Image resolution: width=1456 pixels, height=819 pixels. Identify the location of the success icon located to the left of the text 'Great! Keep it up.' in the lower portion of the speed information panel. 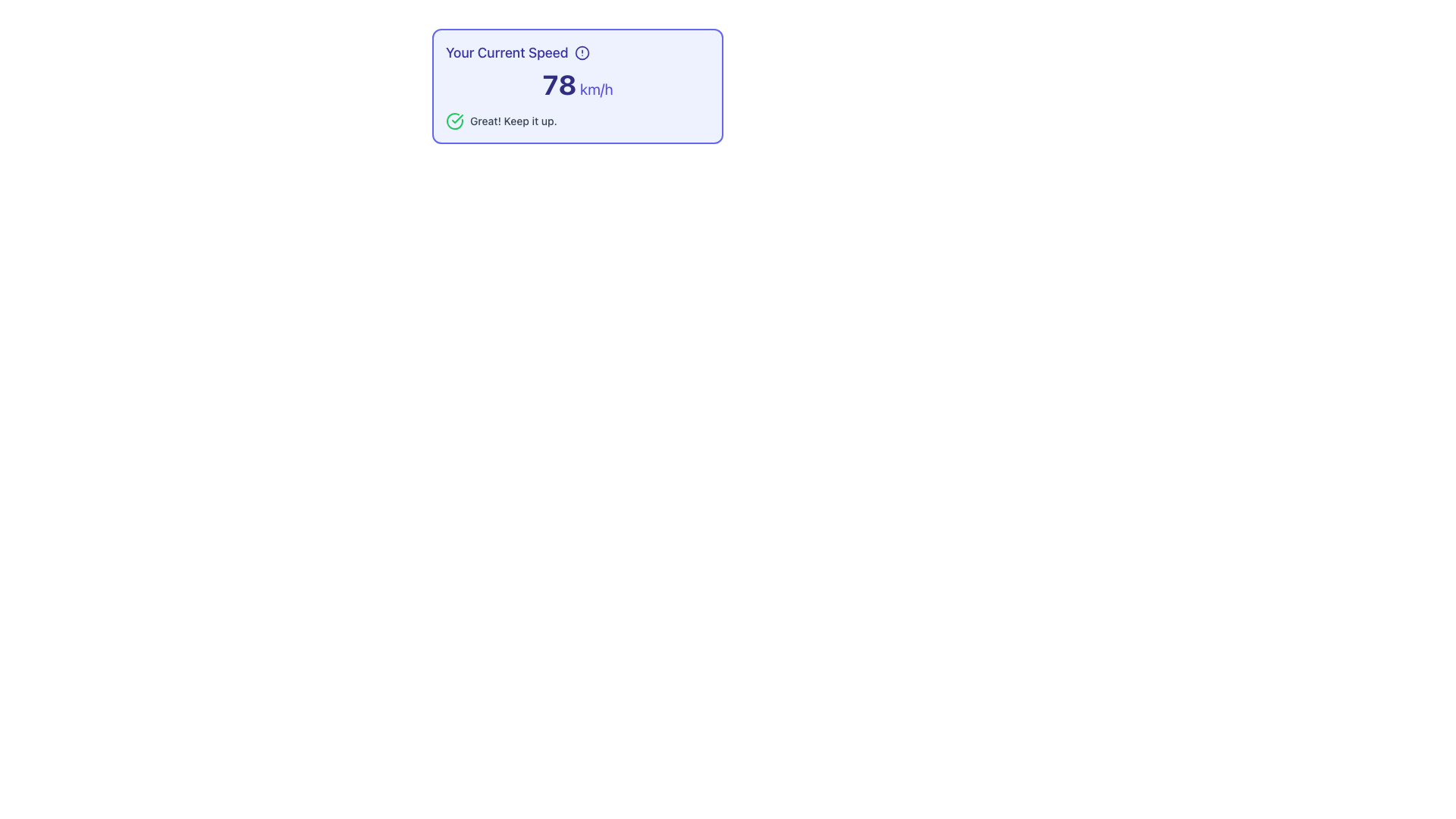
(454, 120).